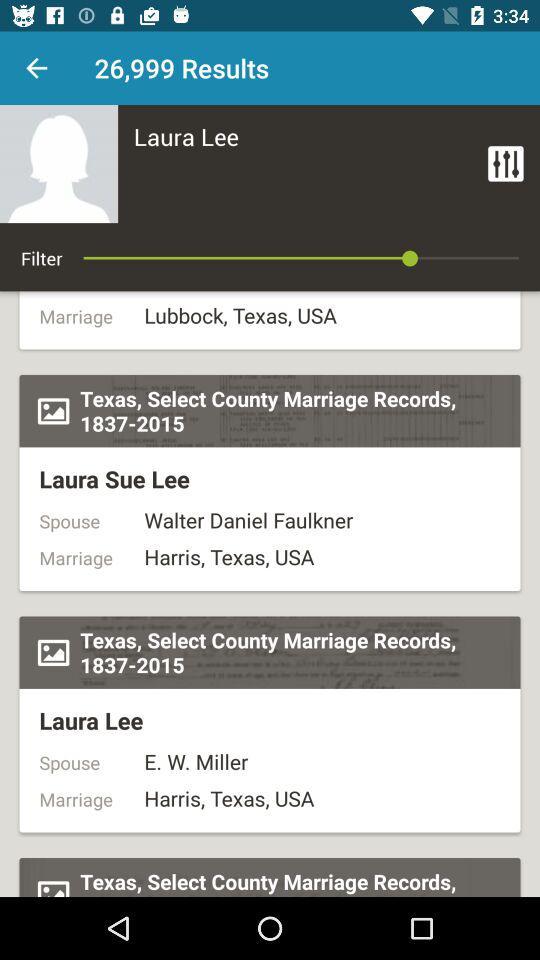 The height and width of the screenshot is (960, 540). What do you see at coordinates (504, 162) in the screenshot?
I see `filtering options` at bounding box center [504, 162].